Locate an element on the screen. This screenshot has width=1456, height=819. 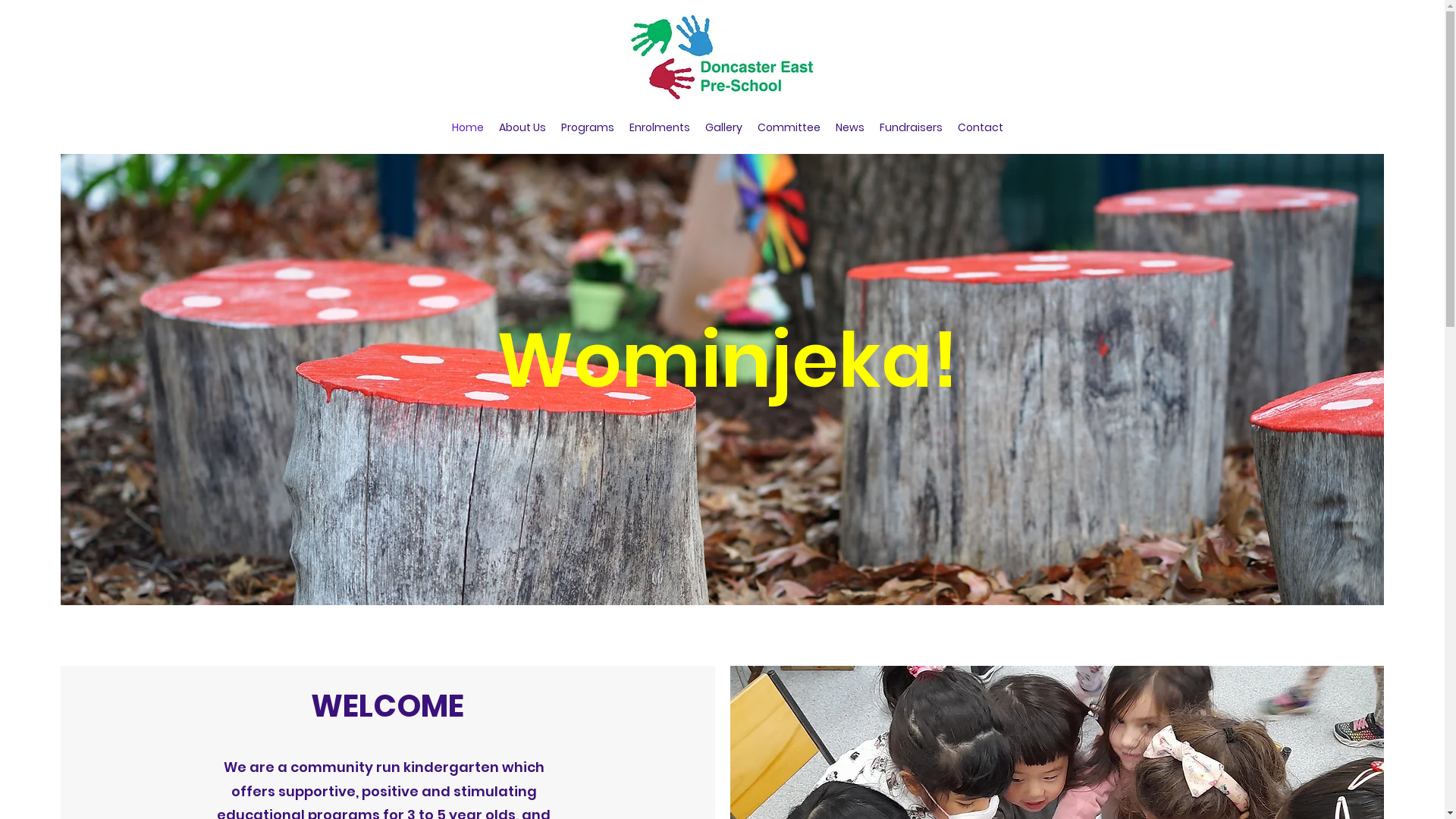
'Contact' is located at coordinates (949, 127).